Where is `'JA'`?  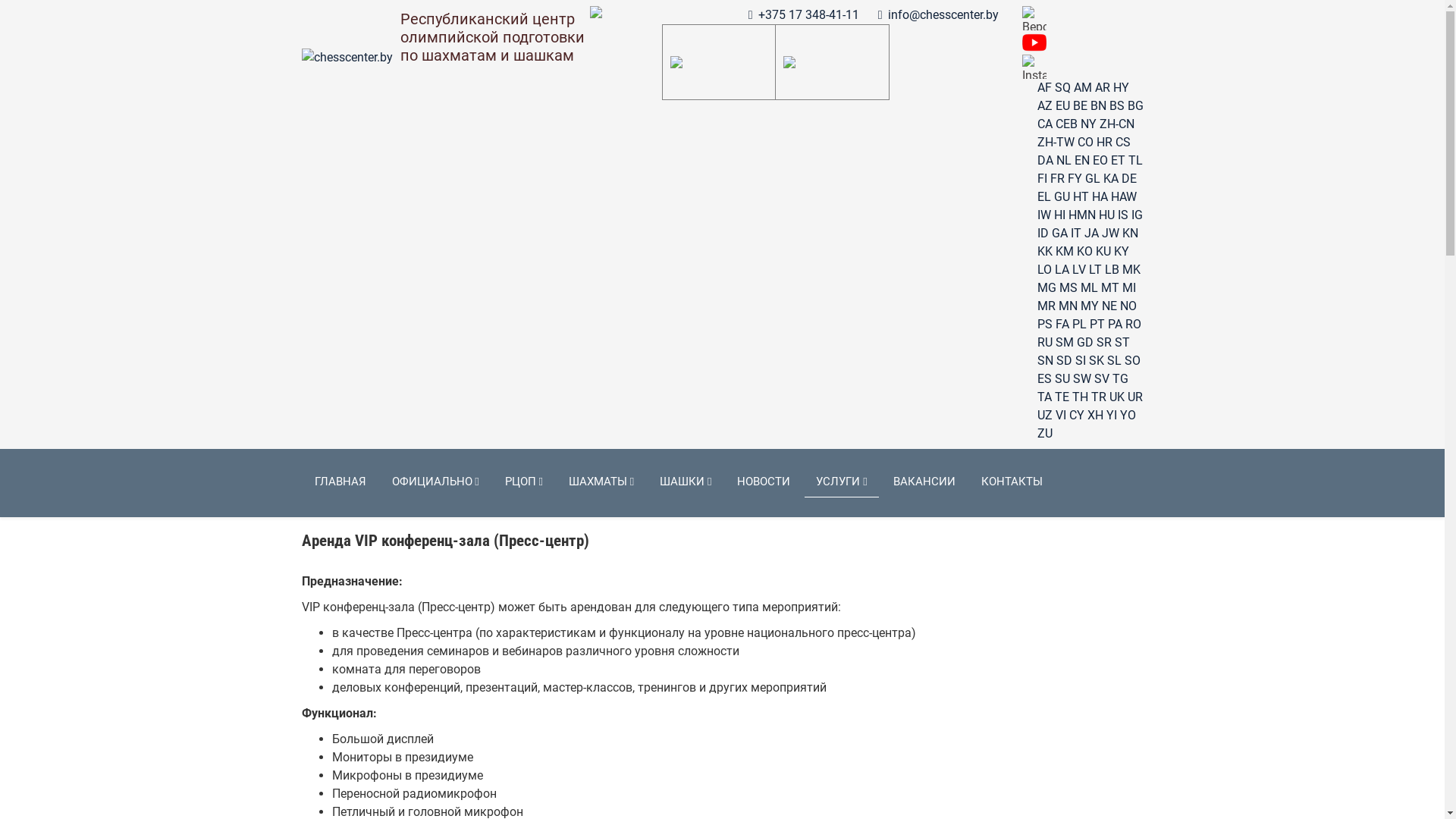 'JA' is located at coordinates (1084, 233).